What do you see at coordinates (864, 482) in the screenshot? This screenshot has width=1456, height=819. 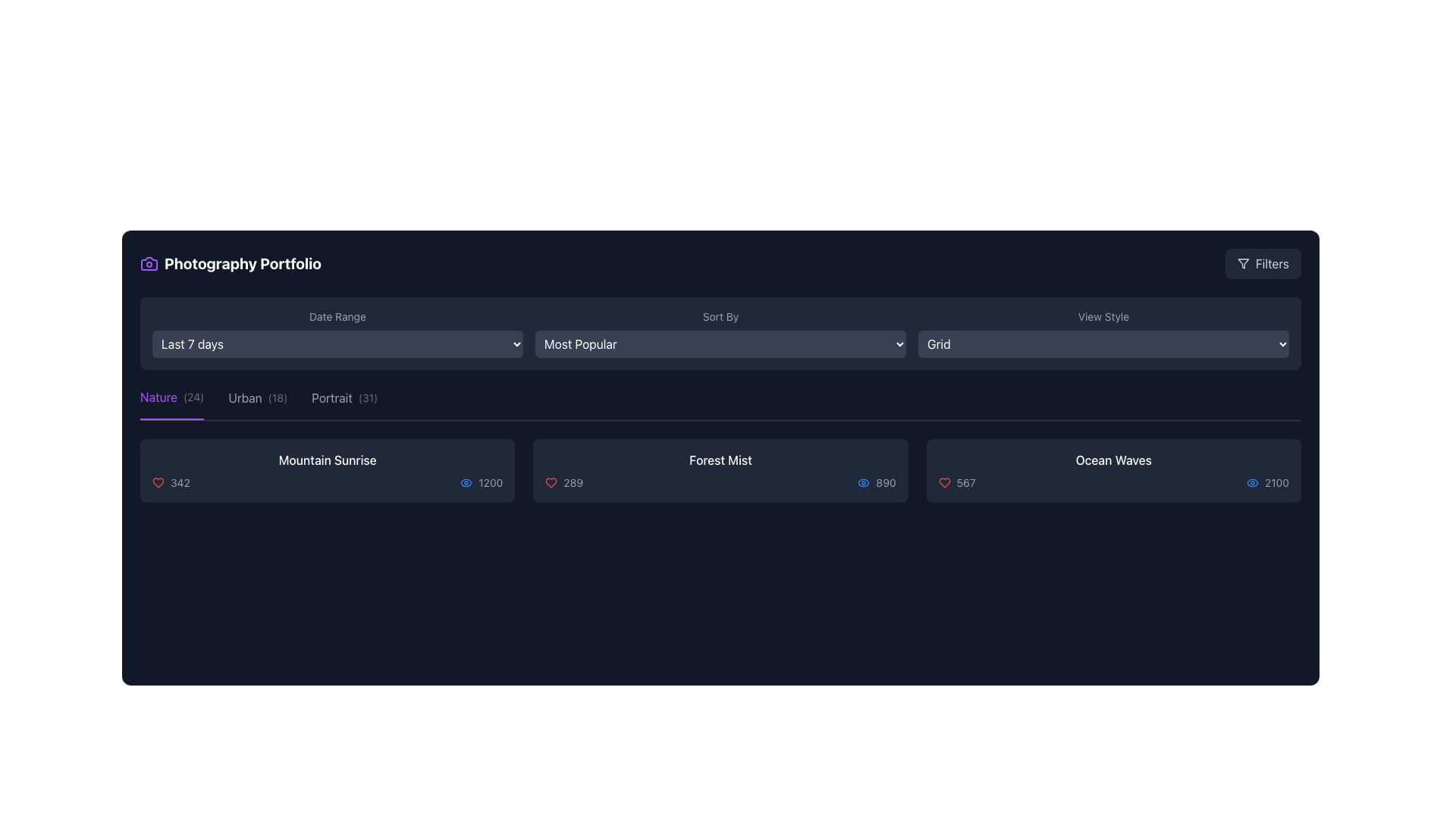 I see `the visibility indicator icon located in the 'Forest Mist' card, situated to the left of the numeric label '890' and to the right of the heart icon` at bounding box center [864, 482].